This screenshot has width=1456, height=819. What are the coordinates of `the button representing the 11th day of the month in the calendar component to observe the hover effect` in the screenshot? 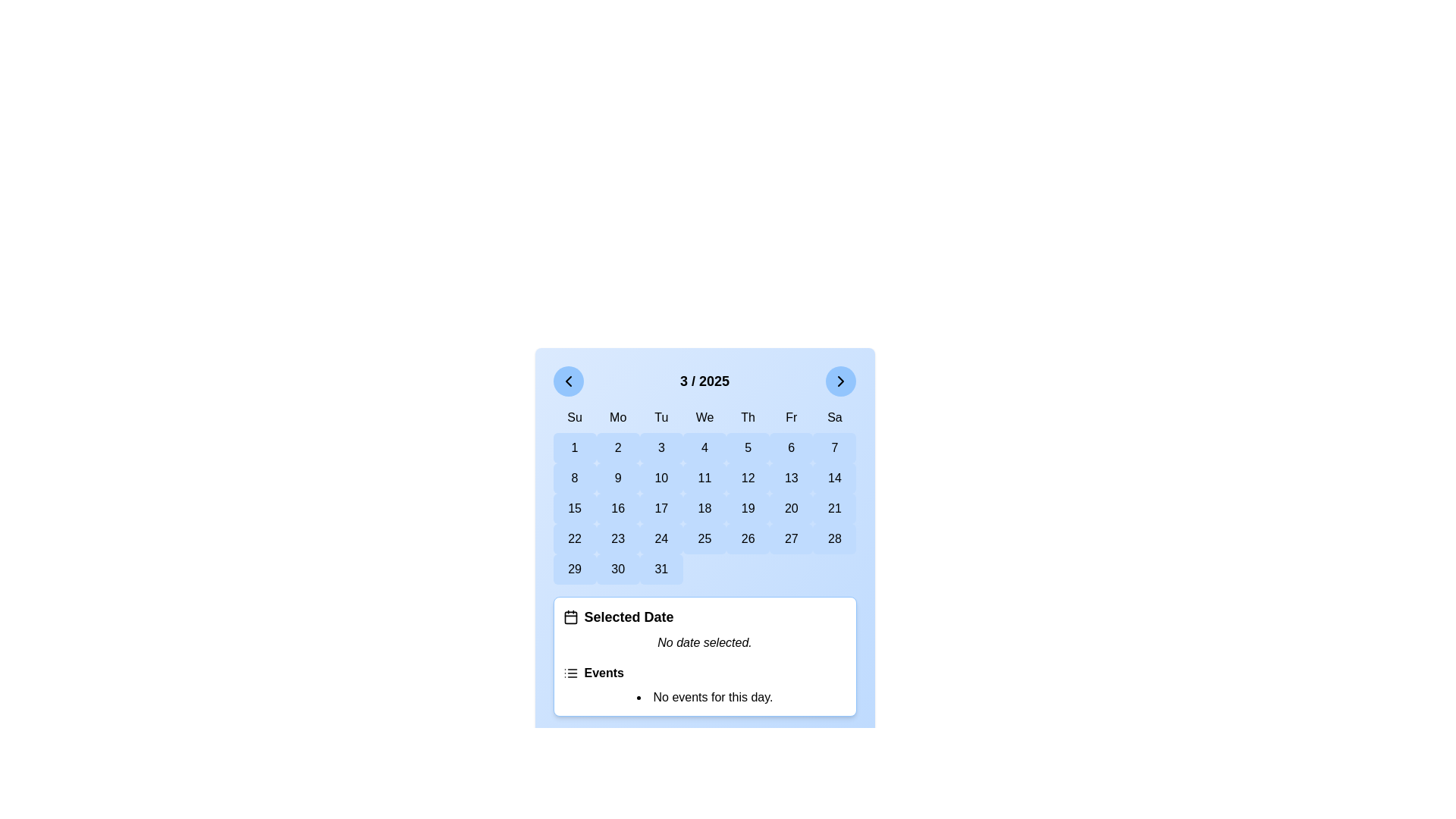 It's located at (704, 479).